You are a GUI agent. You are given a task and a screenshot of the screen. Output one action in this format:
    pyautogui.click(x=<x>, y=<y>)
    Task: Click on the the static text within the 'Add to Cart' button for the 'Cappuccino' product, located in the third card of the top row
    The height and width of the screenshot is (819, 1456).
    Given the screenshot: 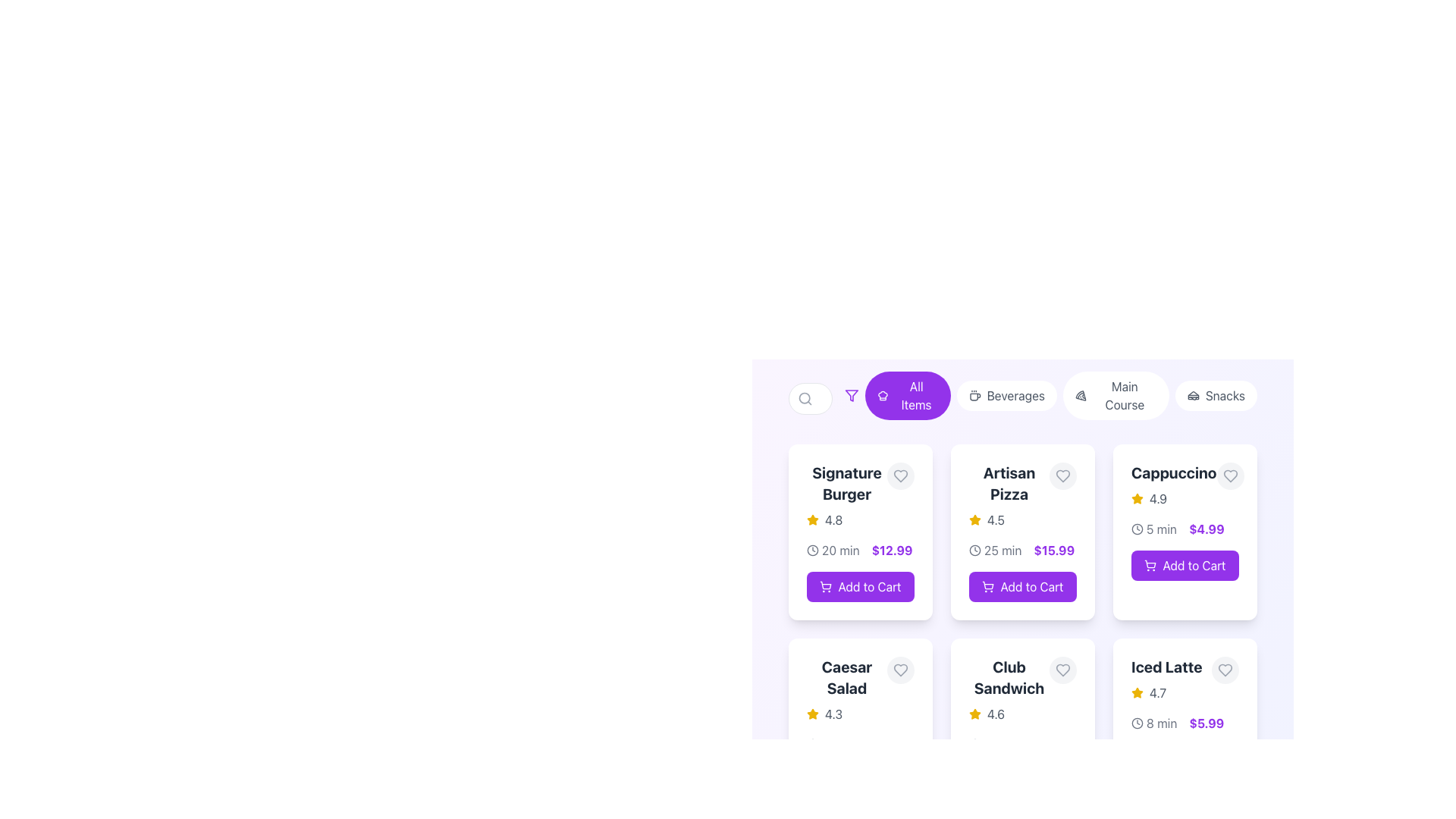 What is the action you would take?
    pyautogui.click(x=1193, y=565)
    